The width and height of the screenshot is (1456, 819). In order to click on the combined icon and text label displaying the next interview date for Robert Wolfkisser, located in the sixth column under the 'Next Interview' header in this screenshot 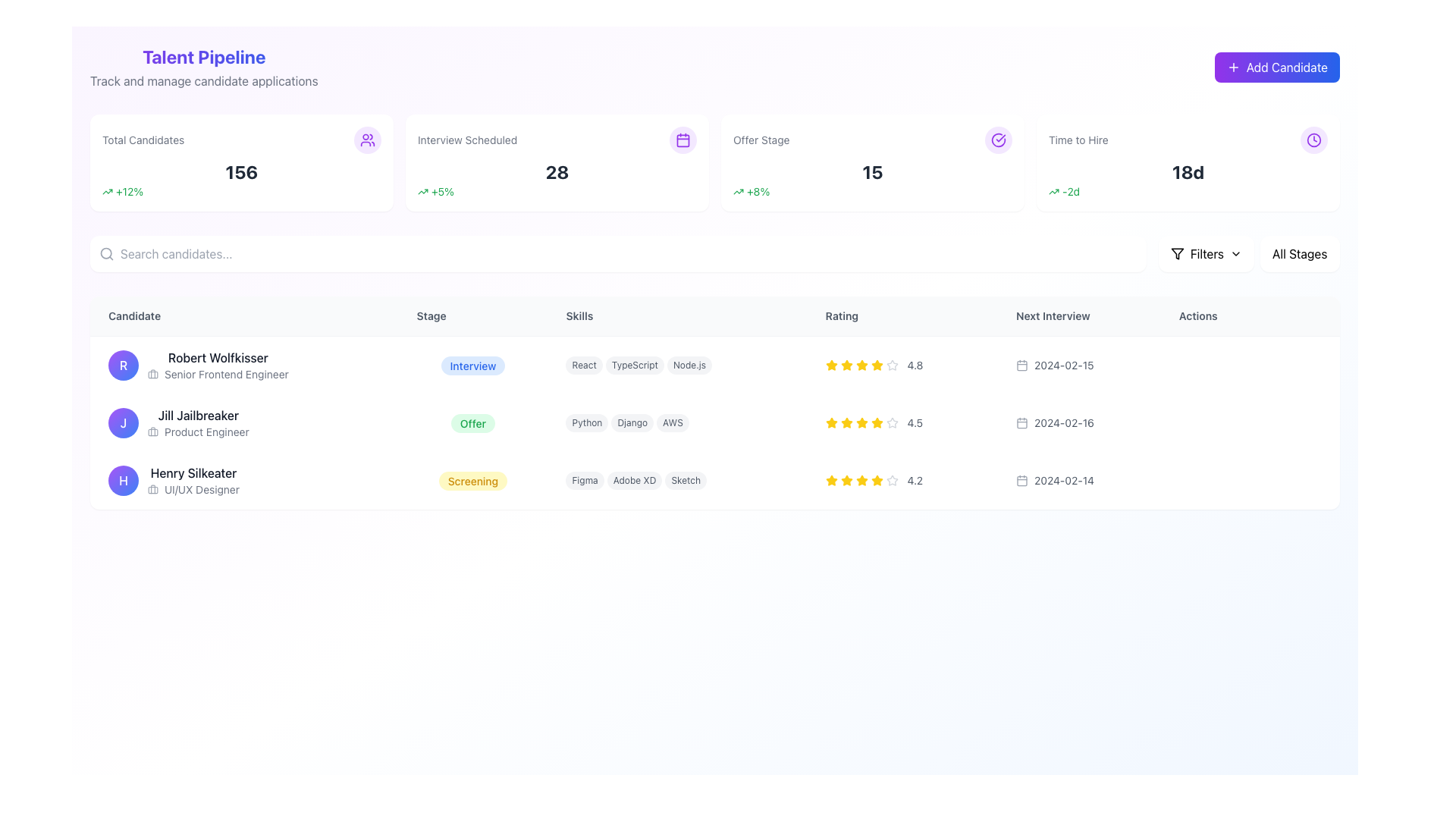, I will do `click(1078, 365)`.